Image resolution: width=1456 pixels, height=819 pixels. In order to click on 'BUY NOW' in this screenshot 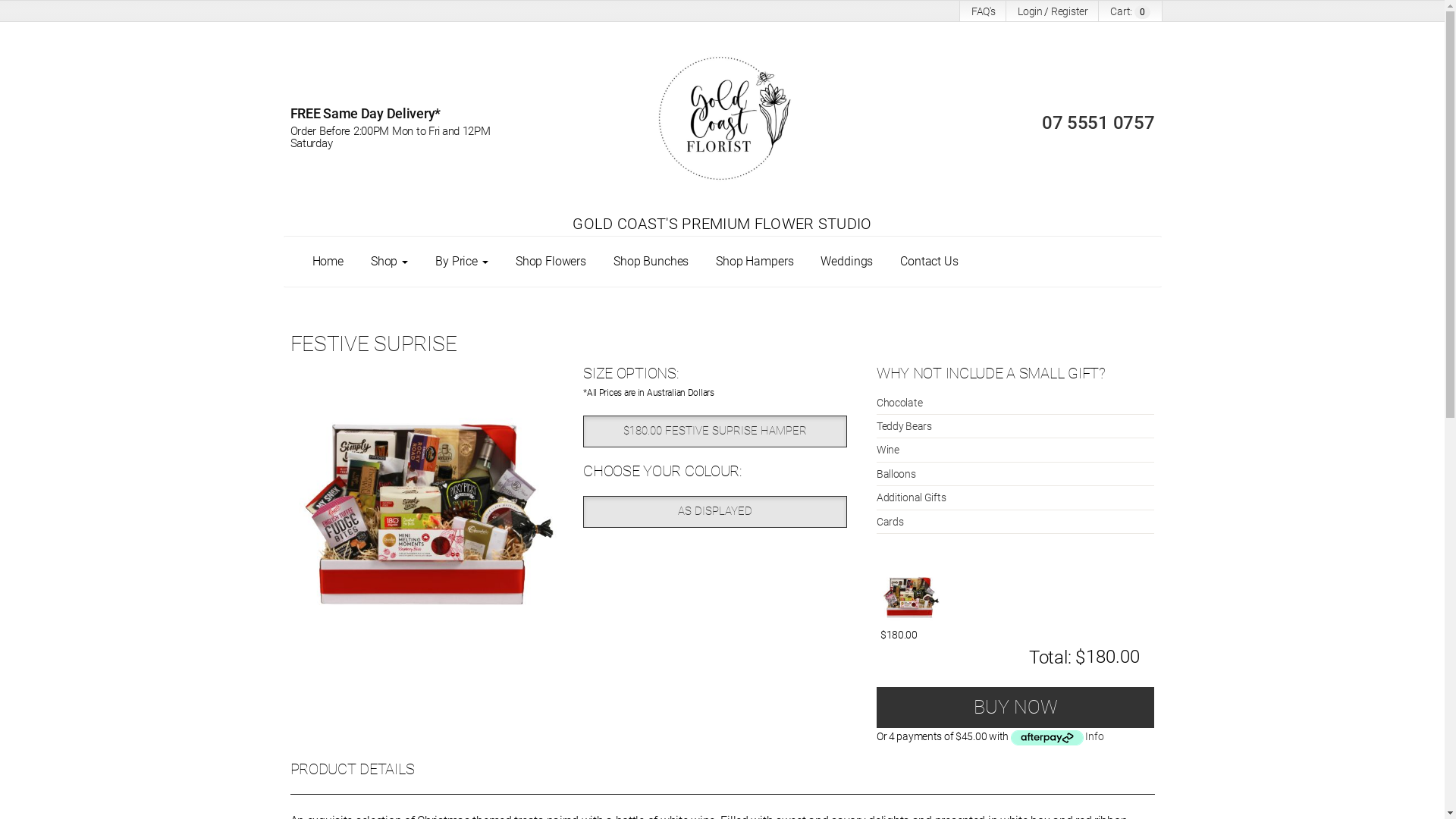, I will do `click(1015, 708)`.